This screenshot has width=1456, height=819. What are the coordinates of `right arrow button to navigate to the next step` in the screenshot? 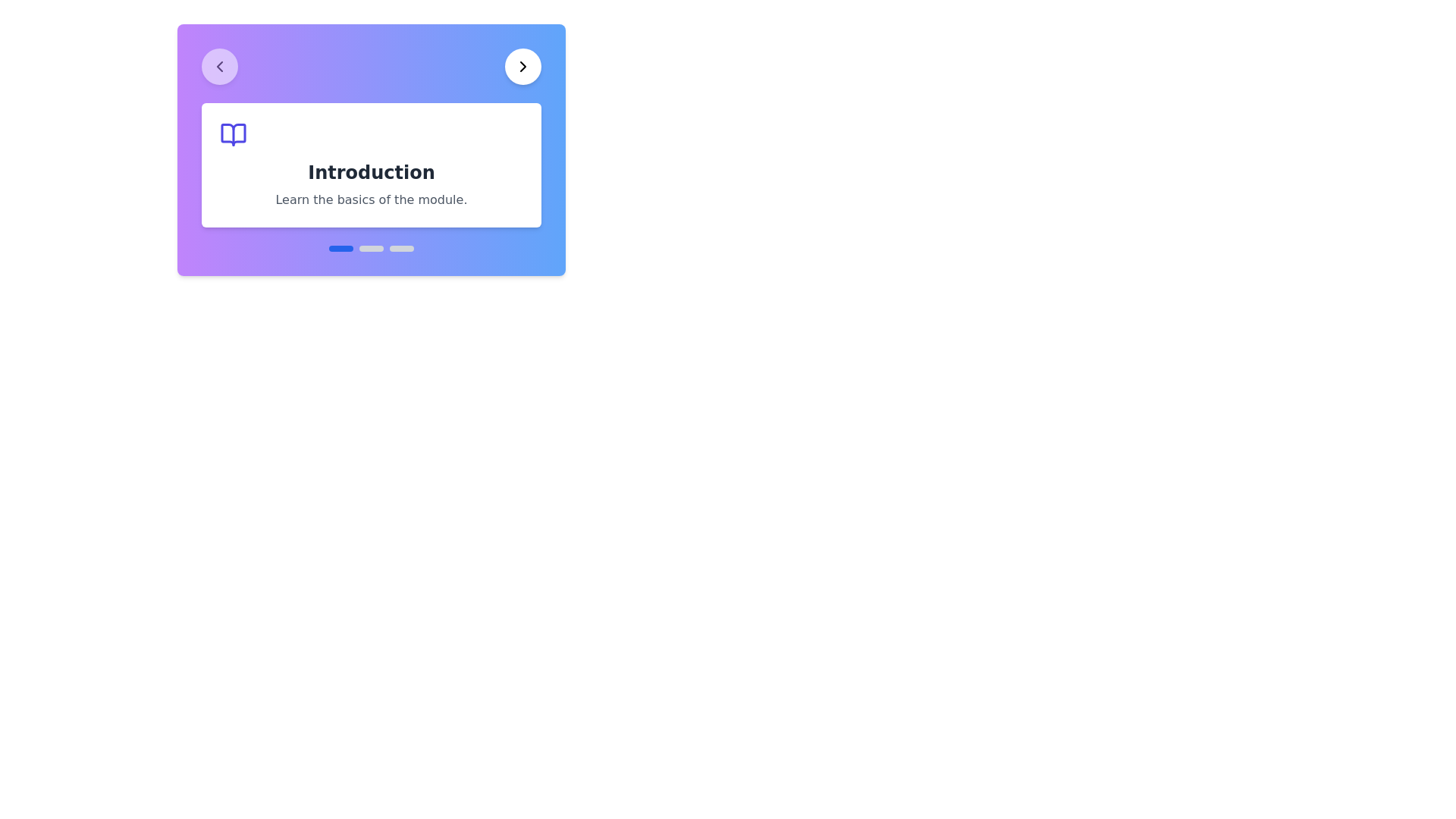 It's located at (523, 66).